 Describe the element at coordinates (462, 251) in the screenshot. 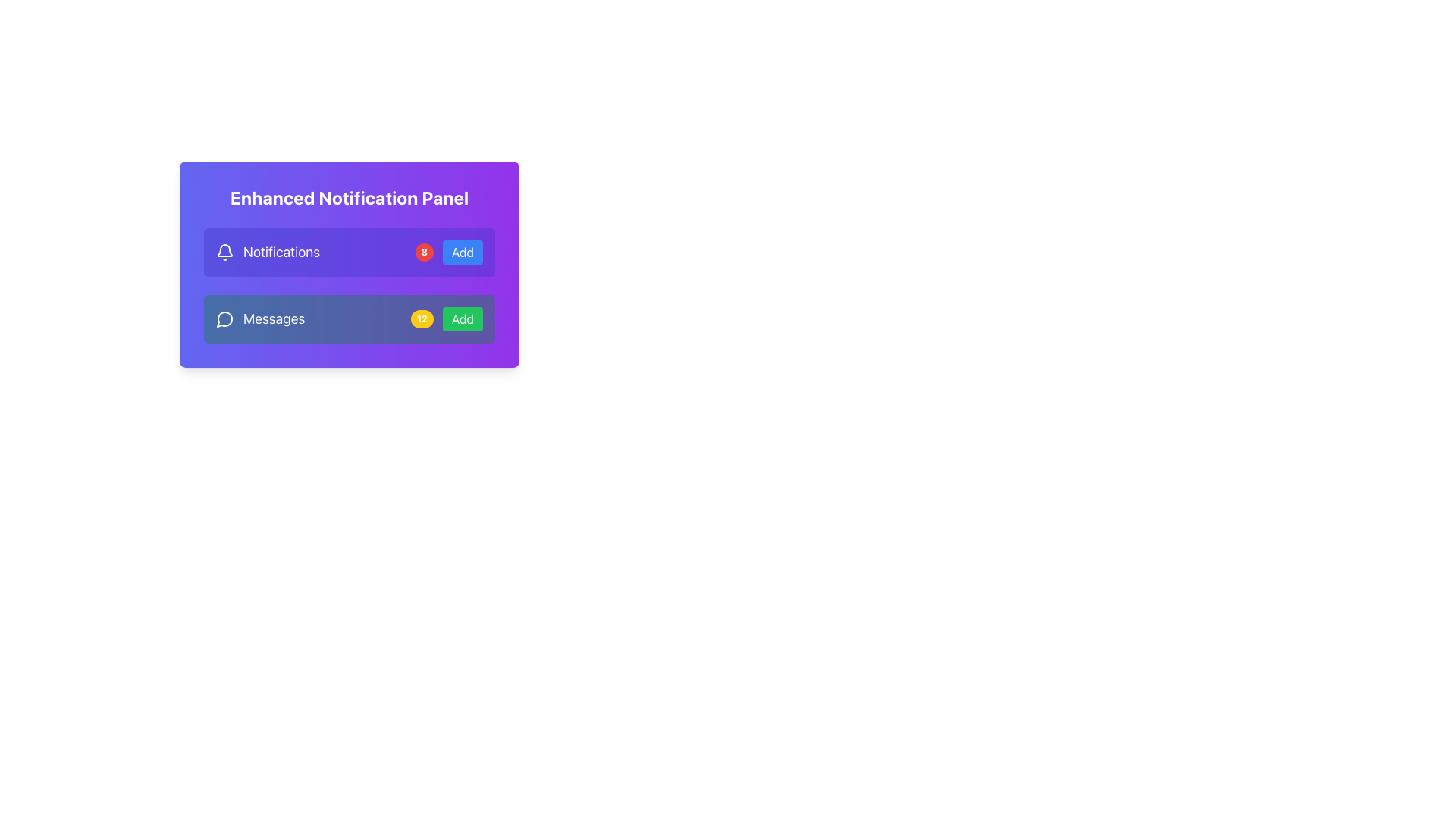

I see `the button located next to the 'Notifications' text in the purple panel` at that location.